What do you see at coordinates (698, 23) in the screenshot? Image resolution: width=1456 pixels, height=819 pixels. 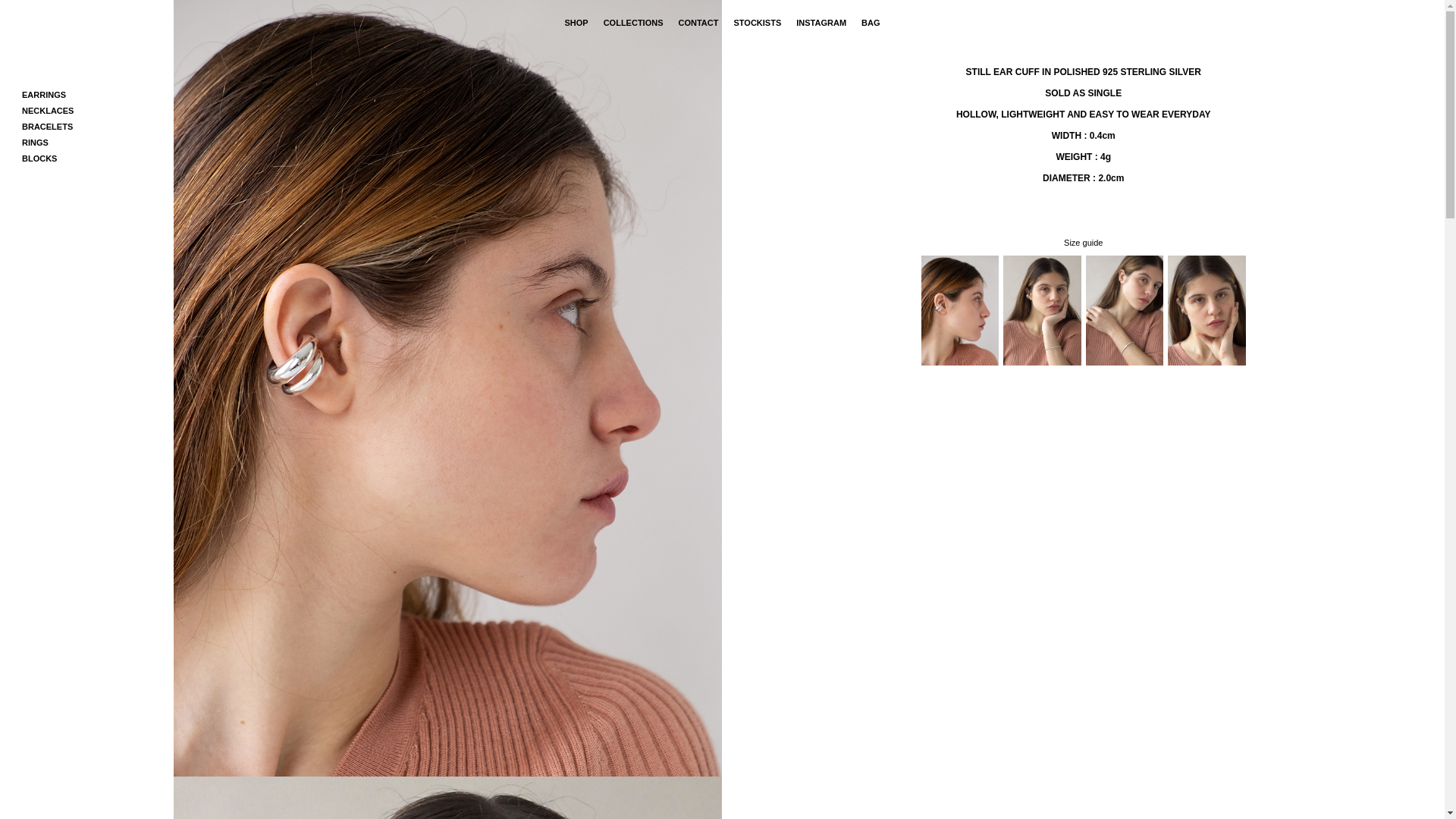 I see `'CONTACT'` at bounding box center [698, 23].